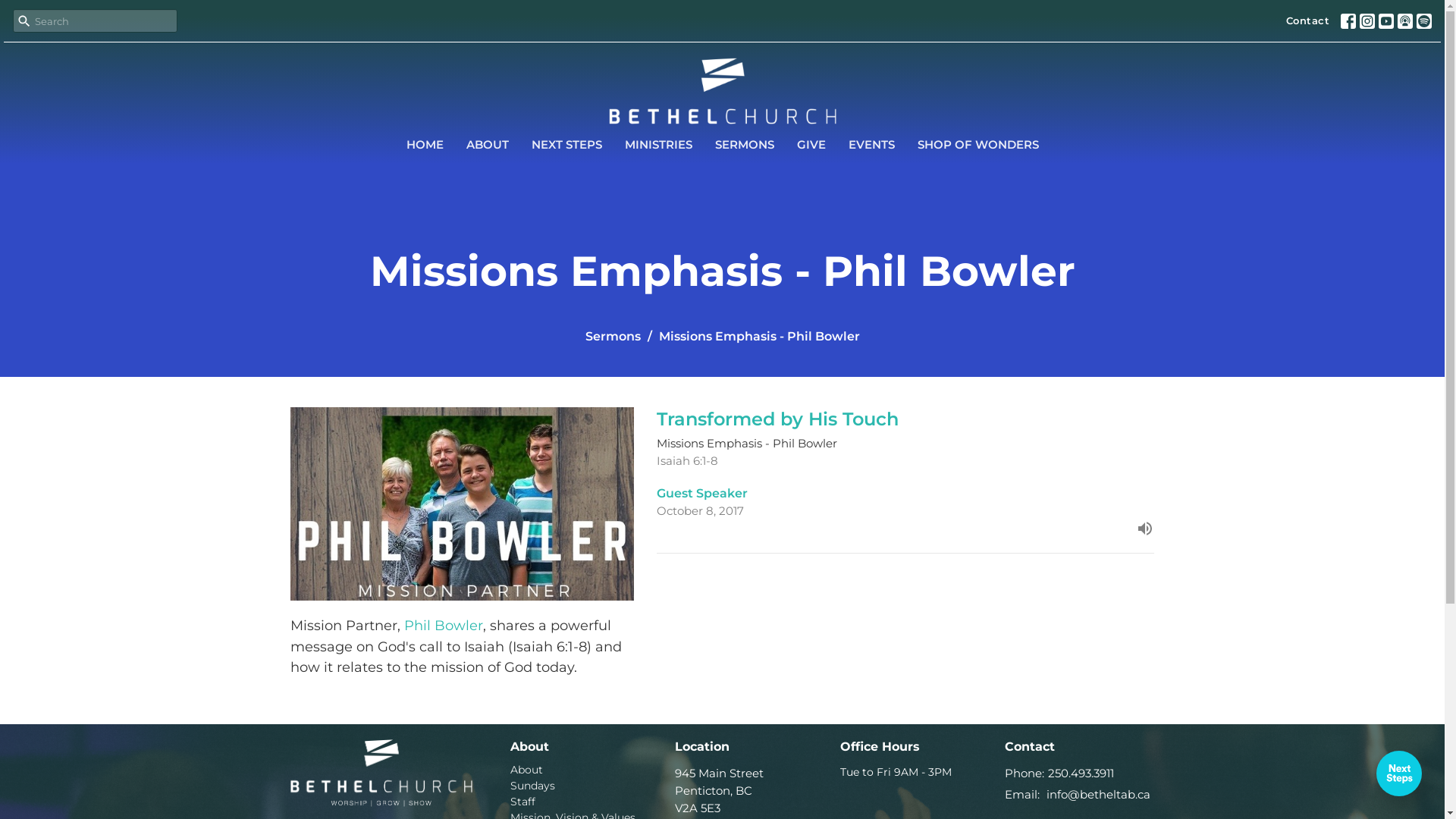 The width and height of the screenshot is (1456, 819). What do you see at coordinates (487, 144) in the screenshot?
I see `'ABOUT'` at bounding box center [487, 144].